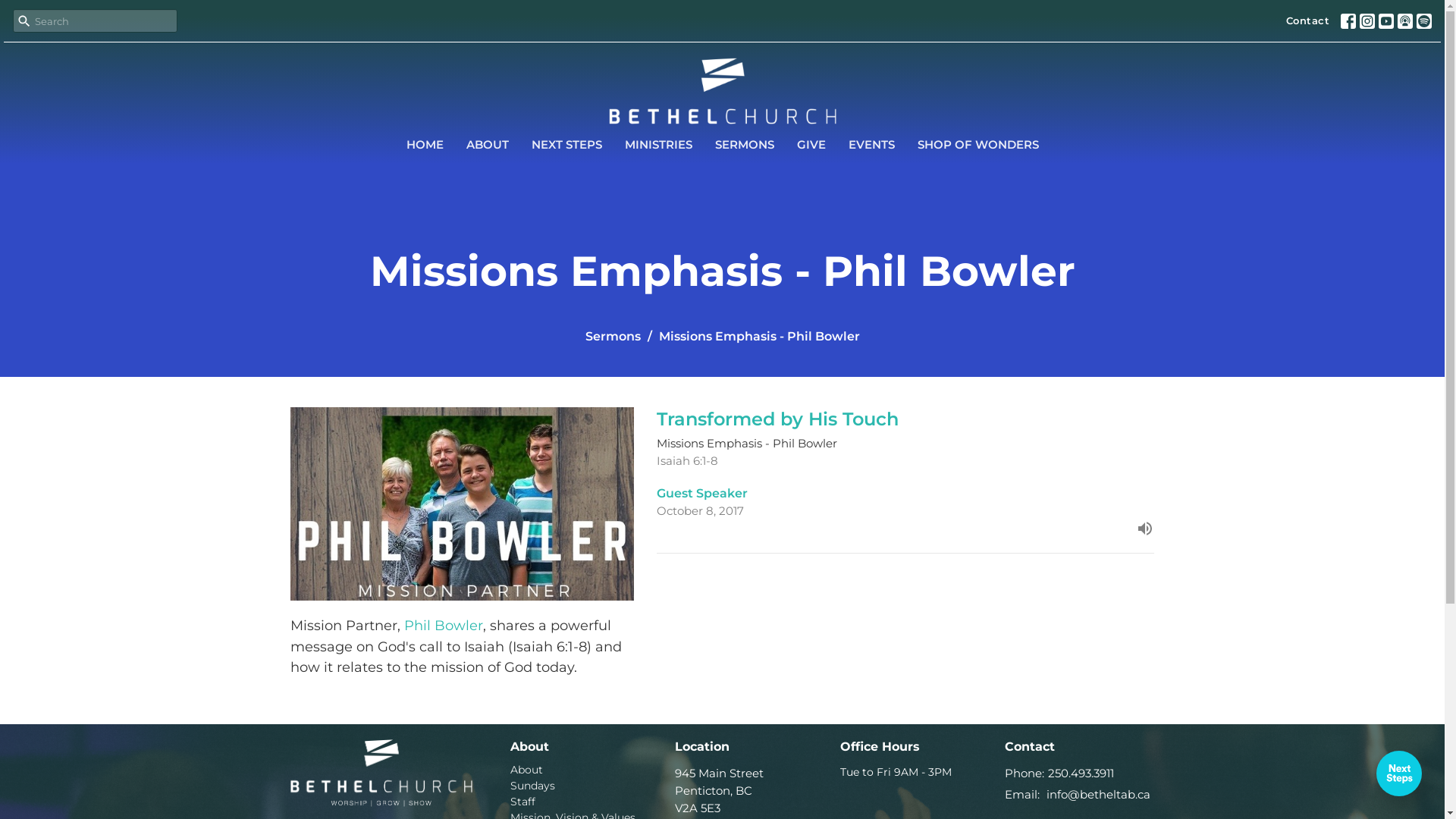 The width and height of the screenshot is (1456, 819). What do you see at coordinates (487, 144) in the screenshot?
I see `'ABOUT'` at bounding box center [487, 144].